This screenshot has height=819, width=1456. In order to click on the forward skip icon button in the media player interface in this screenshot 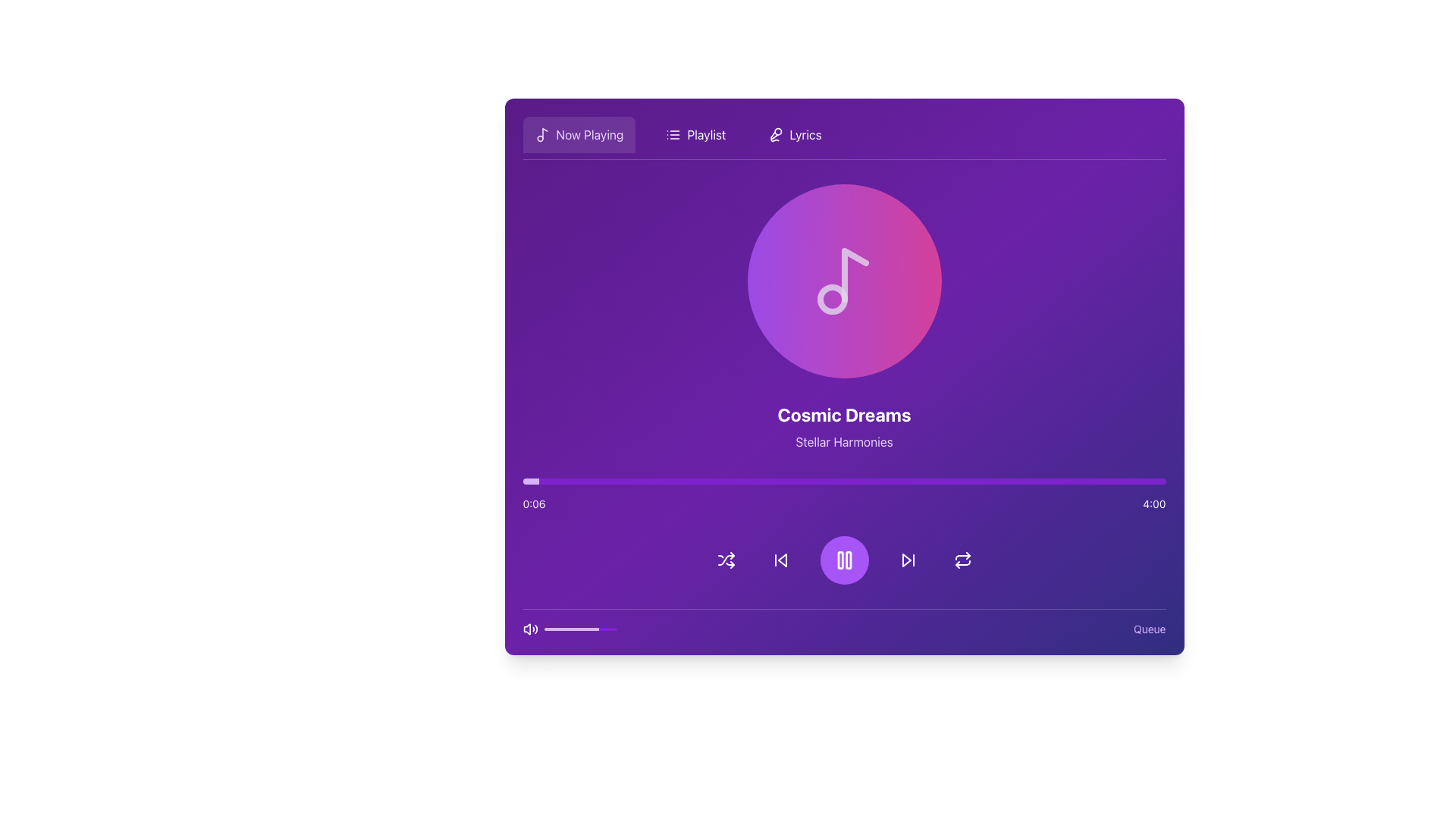, I will do `click(908, 560)`.